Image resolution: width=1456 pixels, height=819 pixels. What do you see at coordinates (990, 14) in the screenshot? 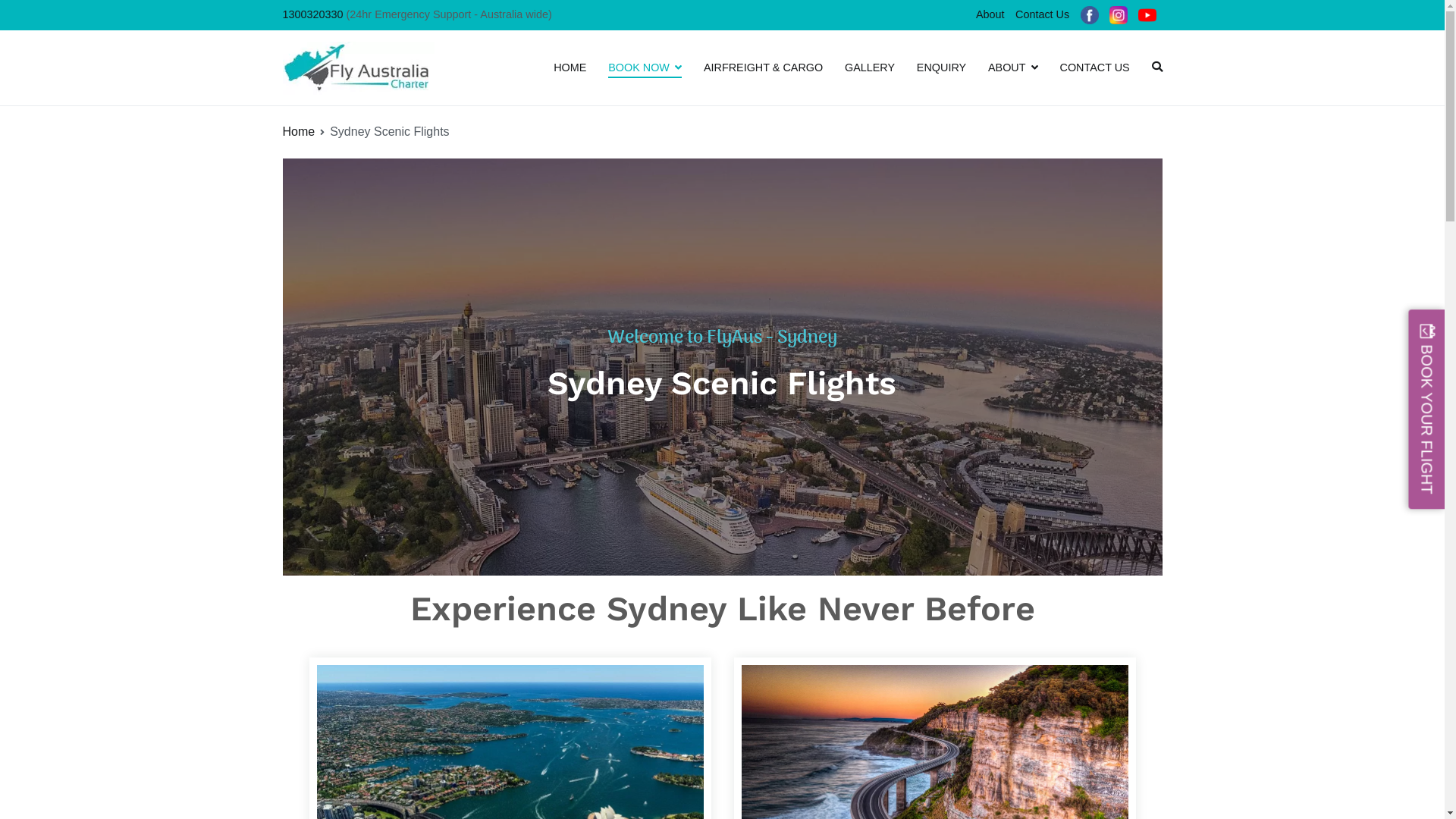
I see `'About'` at bounding box center [990, 14].